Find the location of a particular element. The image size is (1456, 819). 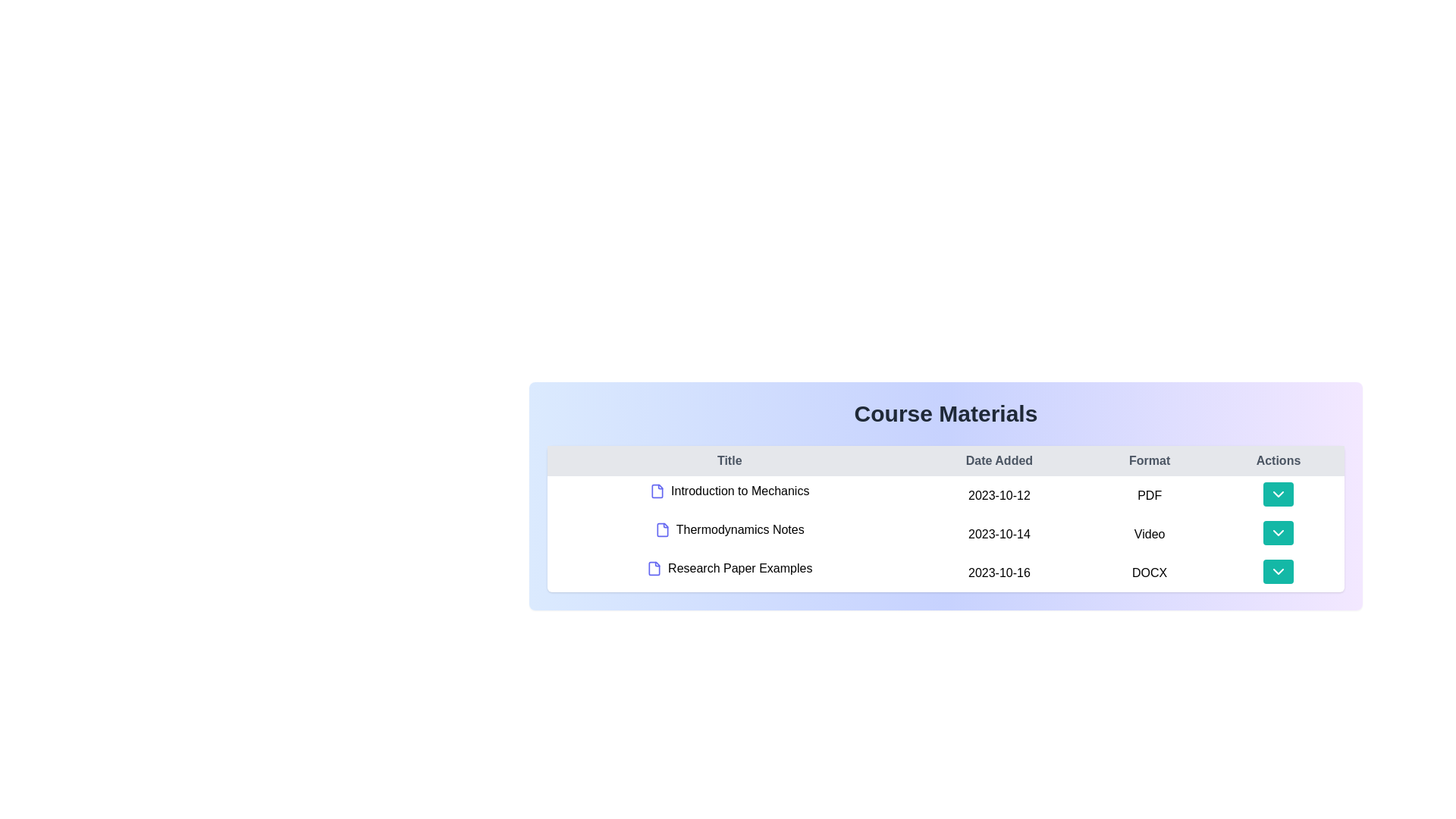

the resource icon representing 'Introduction to Mechanics' in the 'Course Materials' table, located in the first row under the 'Title' column is located at coordinates (657, 491).